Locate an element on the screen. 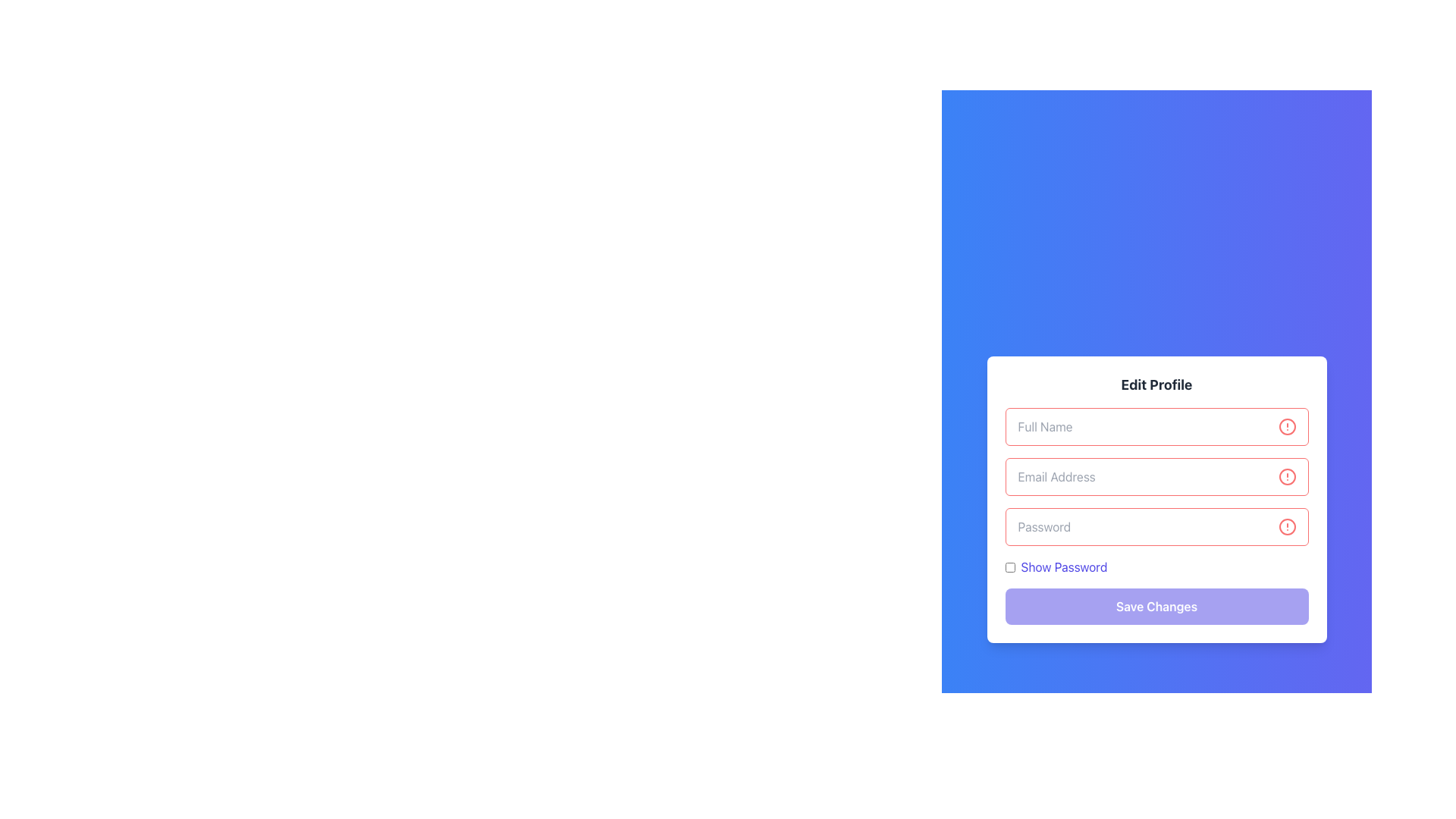 Image resolution: width=1456 pixels, height=819 pixels. the checkbox labeled 'Show Password' located below the 'Password' input field in the 'Edit Profile' form is located at coordinates (1055, 567).